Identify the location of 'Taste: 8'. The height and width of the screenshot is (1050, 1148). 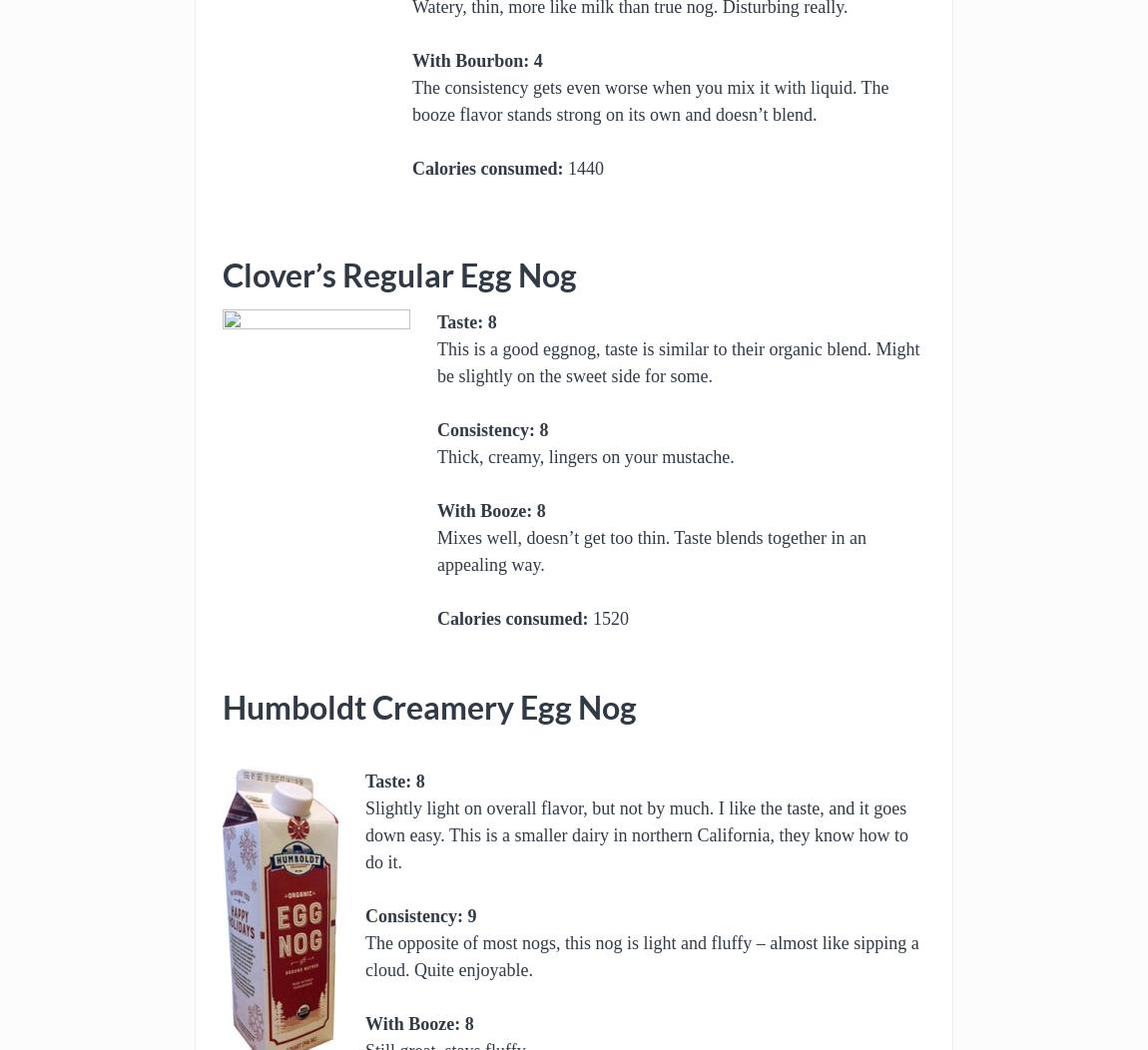
(466, 320).